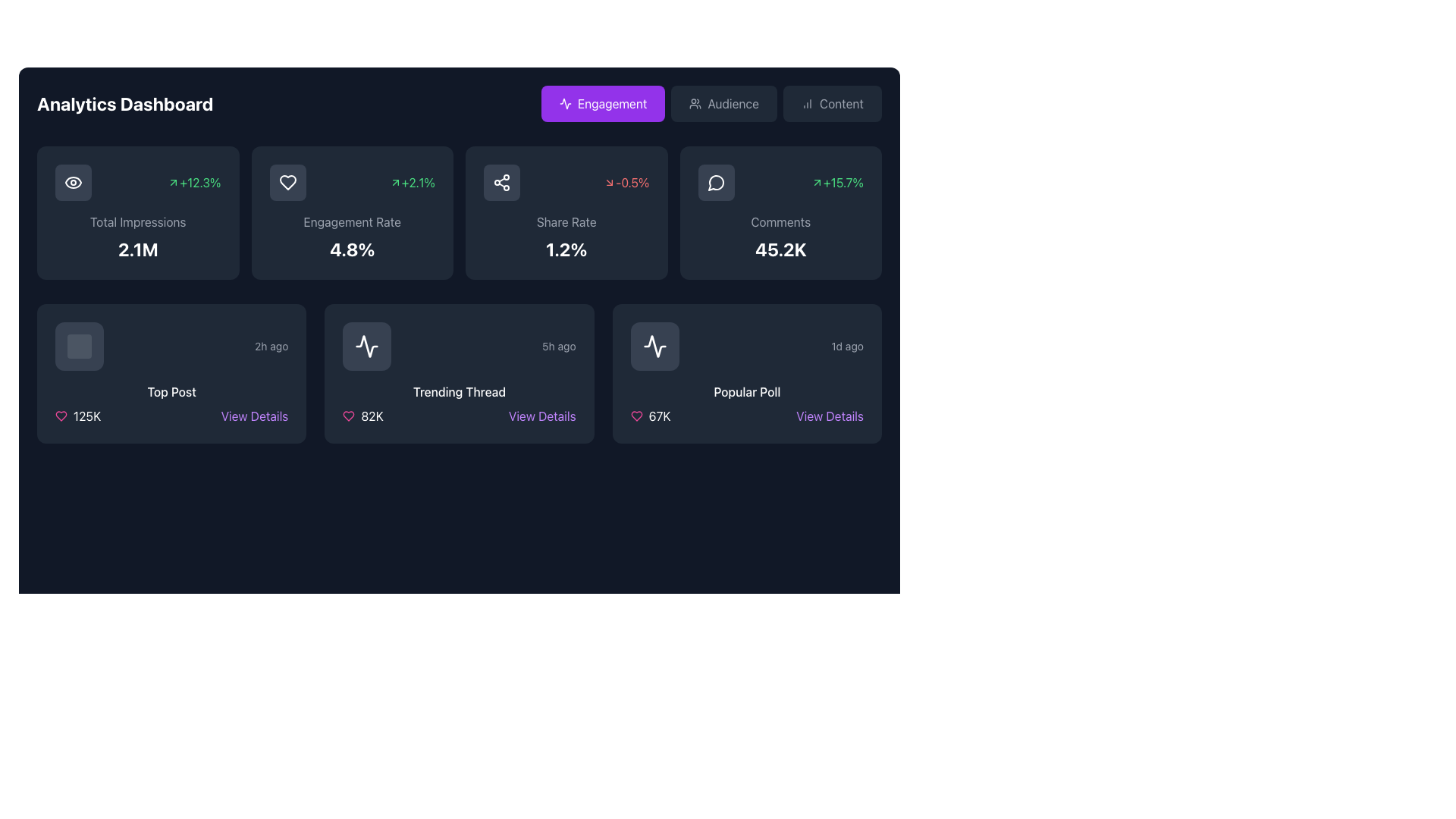  What do you see at coordinates (367, 346) in the screenshot?
I see `the pulse waveform icon with a white outline located in the center of the icon area of the second card in the second row of the dashboard interface to gain contextual understanding` at bounding box center [367, 346].